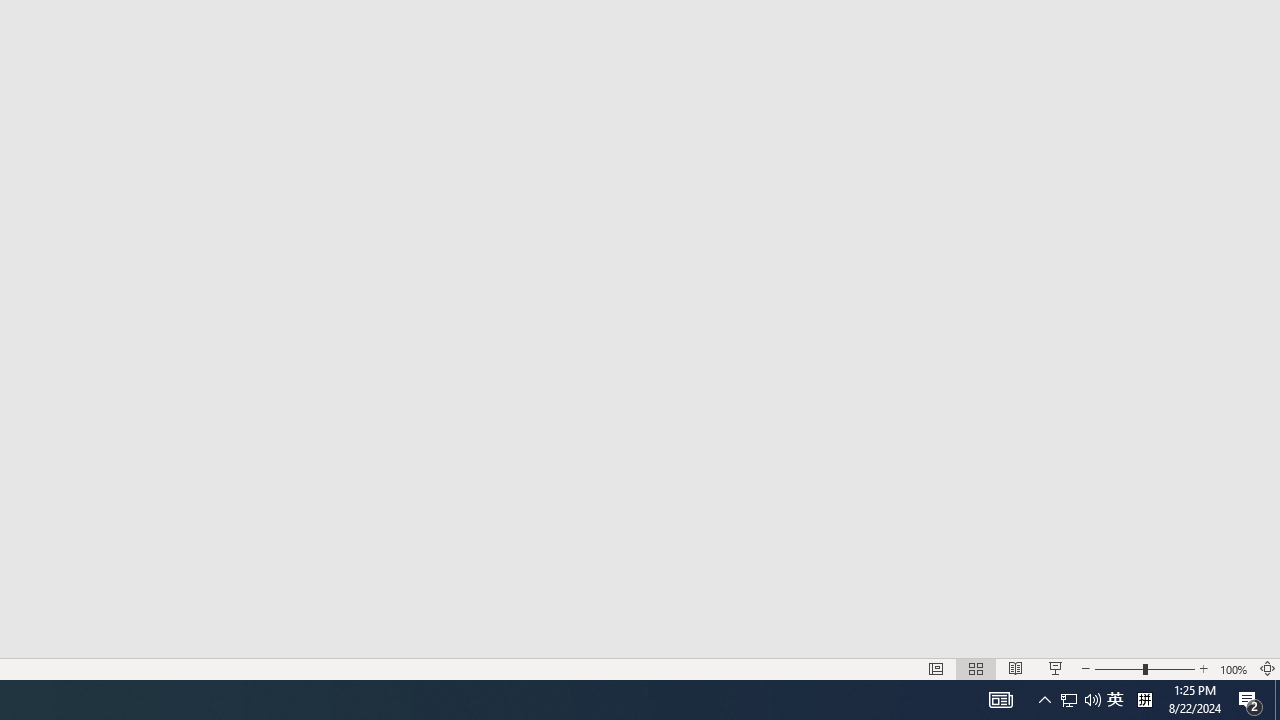 The image size is (1280, 720). I want to click on 'Slide Sorter', so click(976, 669).